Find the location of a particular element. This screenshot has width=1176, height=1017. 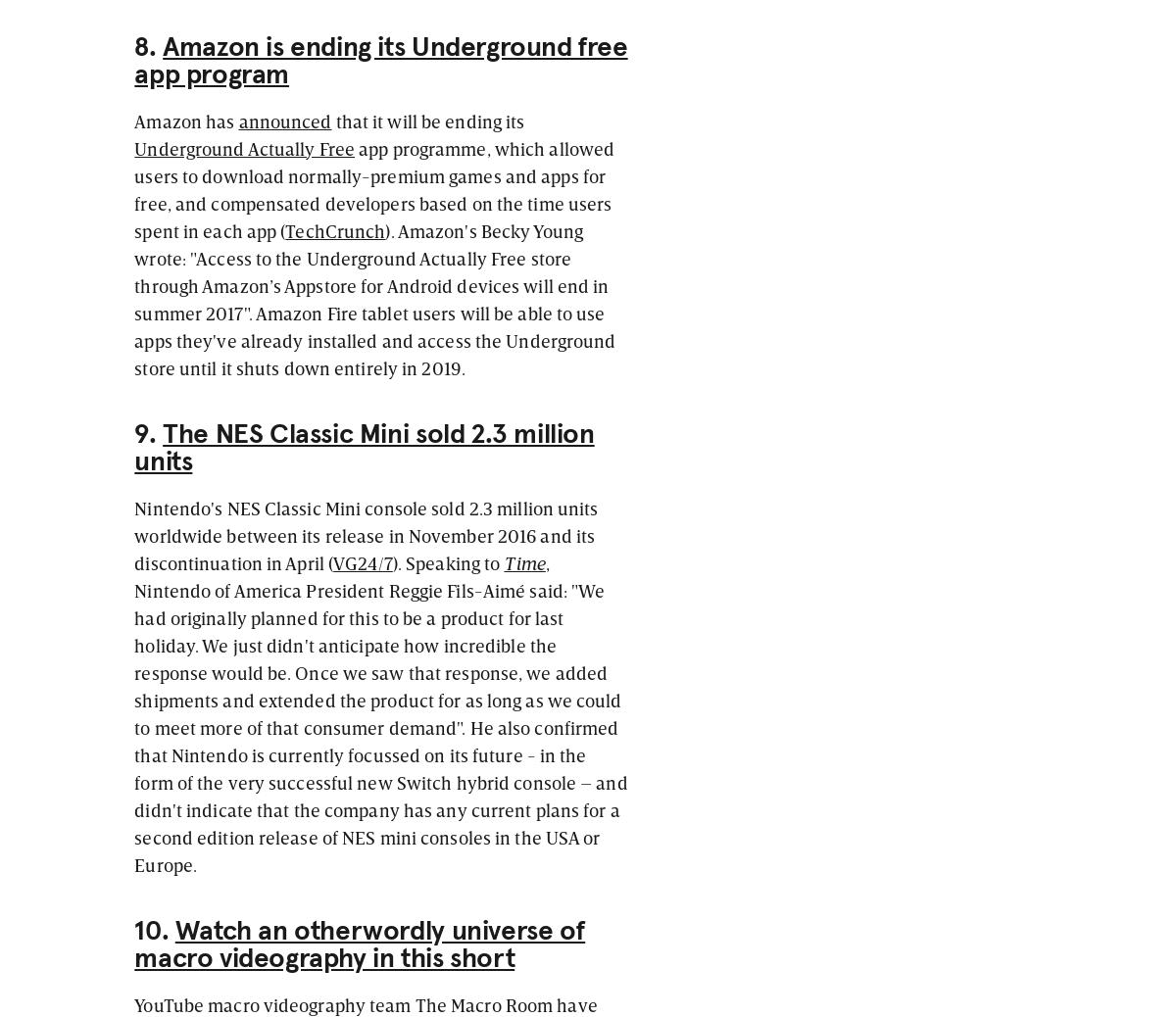

'8.' is located at coordinates (147, 45).